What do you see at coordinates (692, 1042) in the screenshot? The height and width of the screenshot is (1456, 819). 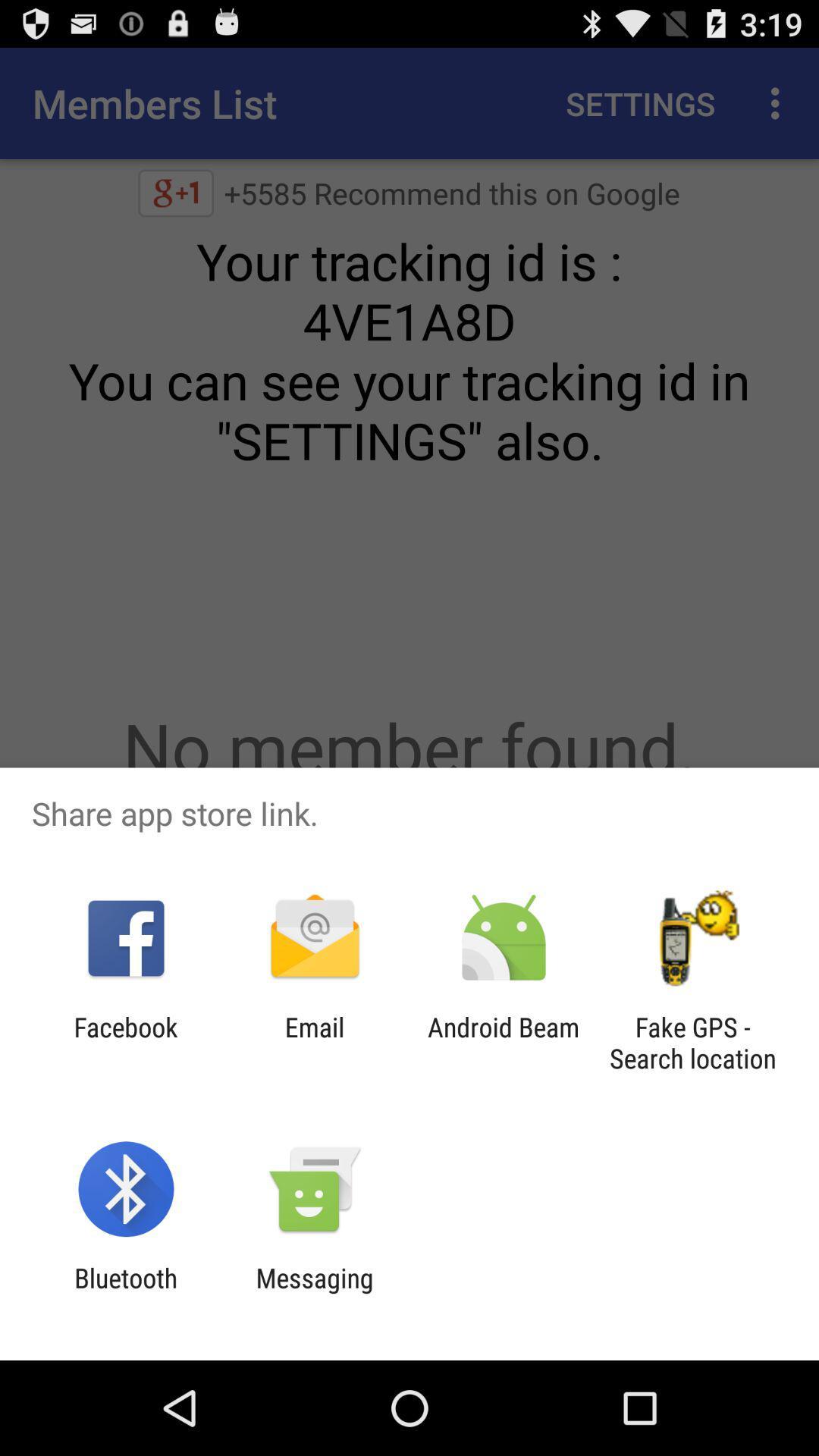 I see `the icon to the right of the android beam item` at bounding box center [692, 1042].